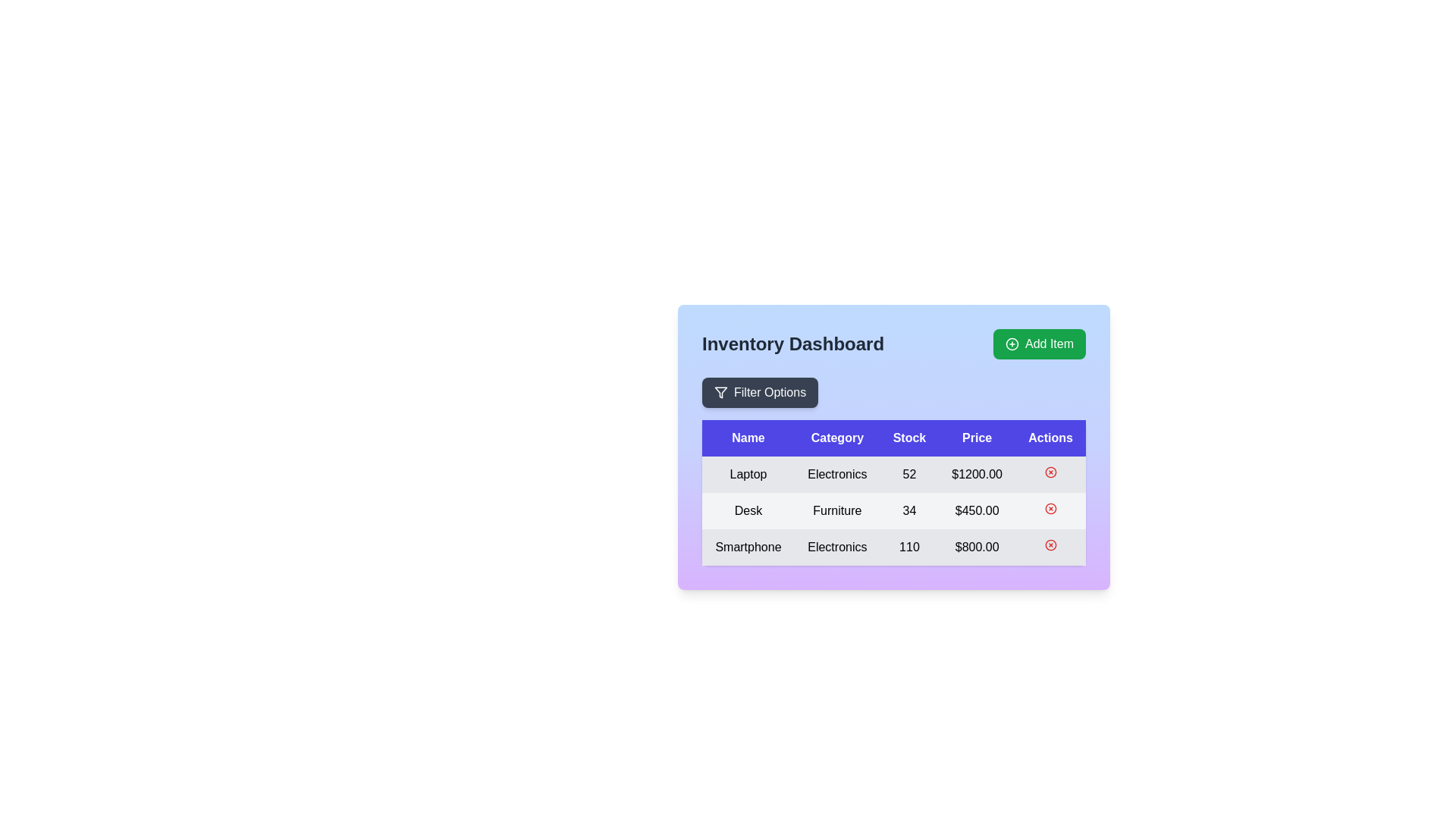 This screenshot has width=1456, height=819. What do you see at coordinates (894, 473) in the screenshot?
I see `the first row of the data table in the inventory dashboard that contains details for 'Laptop', including its category, stock, price, and actions` at bounding box center [894, 473].